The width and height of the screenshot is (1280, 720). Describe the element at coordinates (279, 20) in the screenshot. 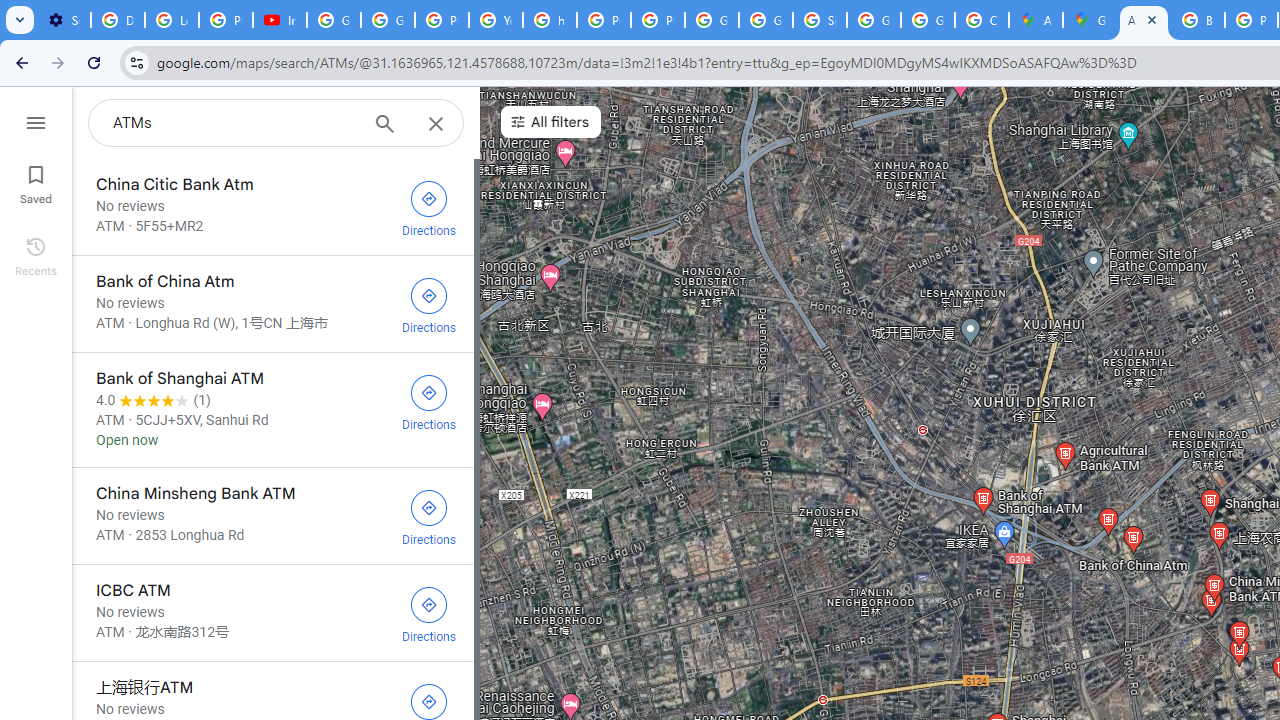

I see `'Introduction | Google Privacy Policy - YouTube'` at that location.